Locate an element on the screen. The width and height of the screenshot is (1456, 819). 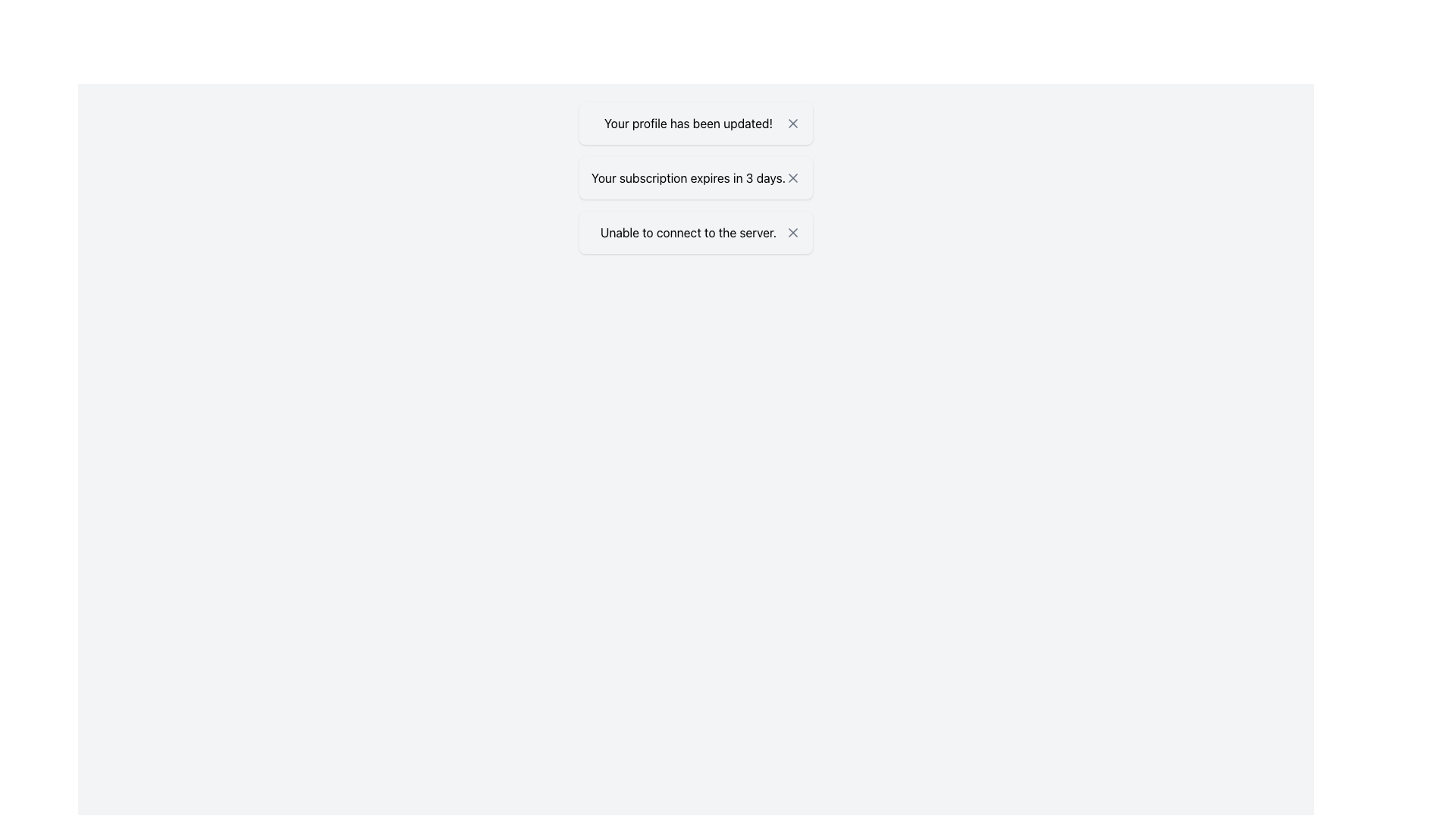
the 'X' button in the notification box that closes the message 'Your subscription expires in 3 days.' is located at coordinates (792, 177).